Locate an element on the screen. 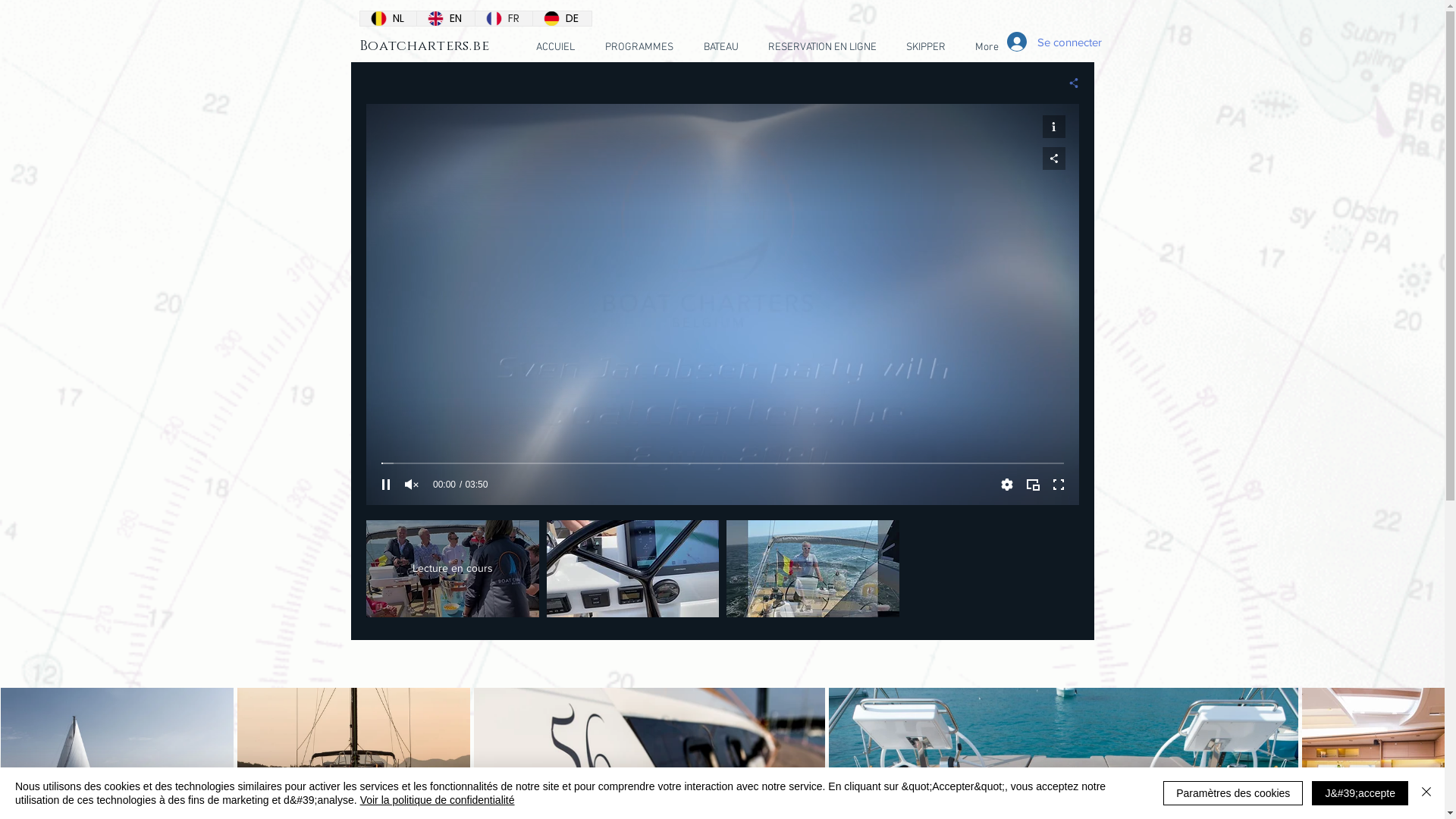 This screenshot has width=1456, height=819. 'RESERVATION EN LIGNE' is located at coordinates (821, 46).